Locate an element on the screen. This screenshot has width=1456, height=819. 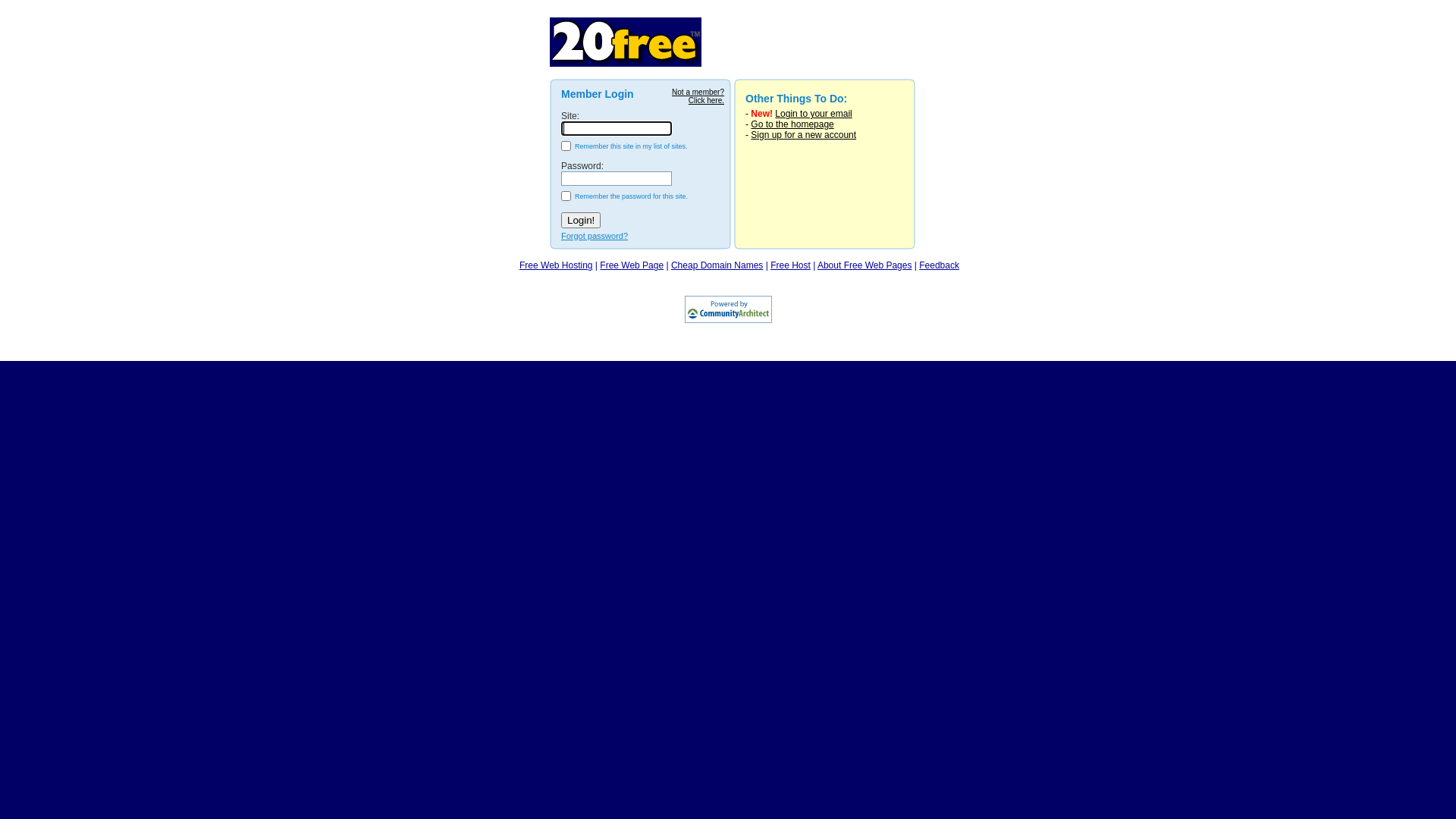
'Forgot password?' is located at coordinates (593, 236).